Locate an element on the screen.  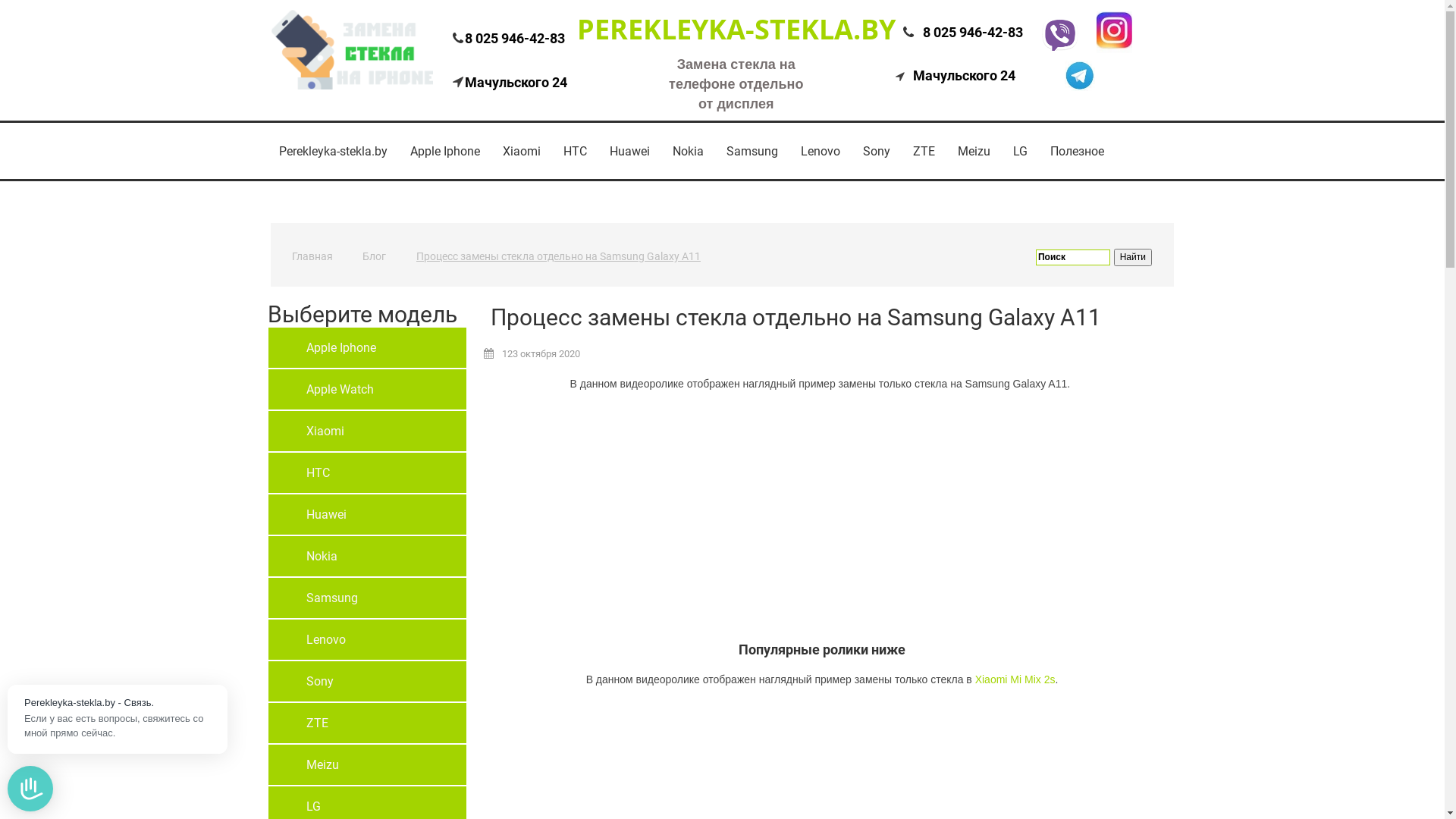
'Lenovo' is located at coordinates (818, 152).